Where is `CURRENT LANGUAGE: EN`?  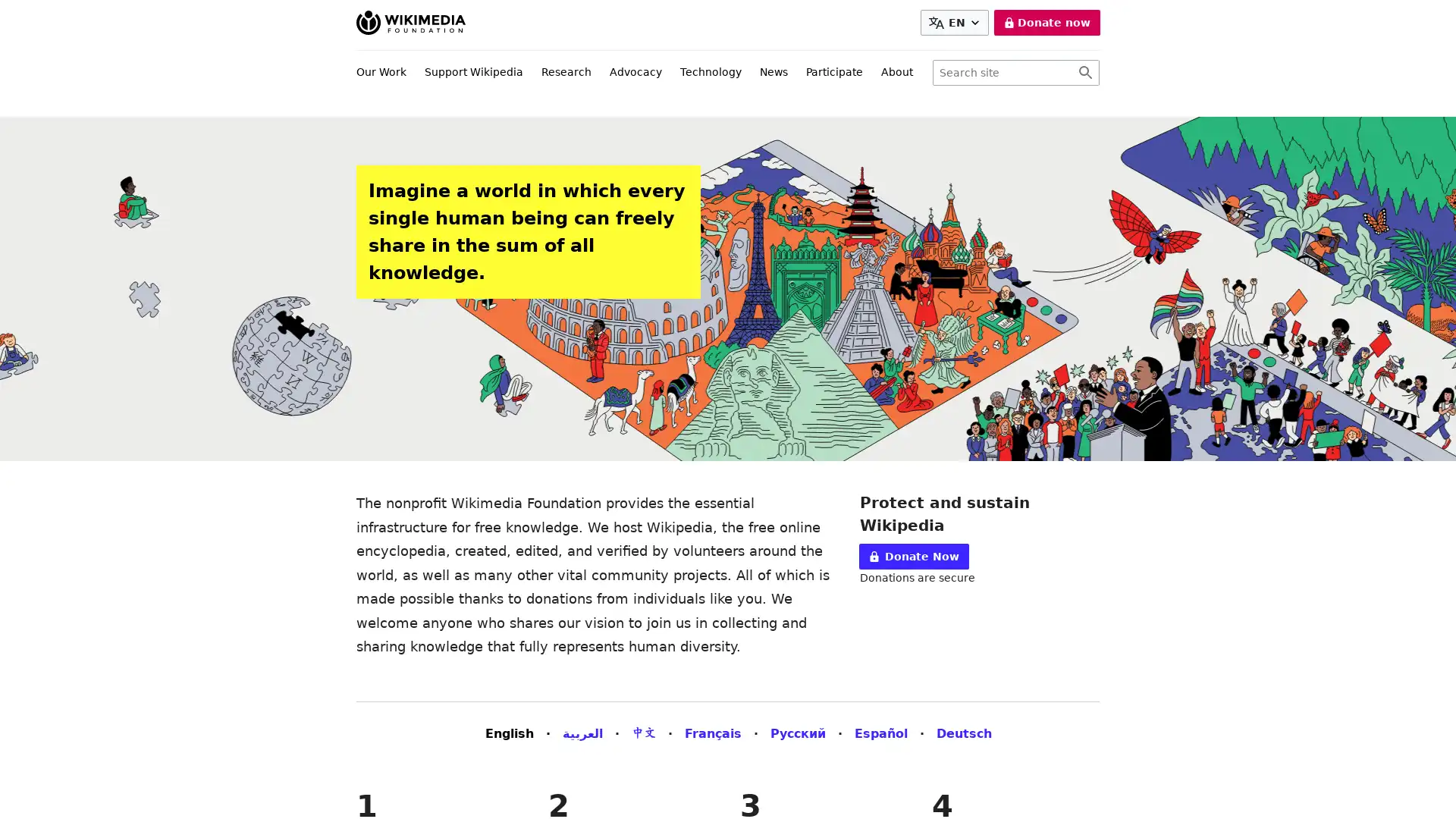
CURRENT LANGUAGE: EN is located at coordinates (953, 23).